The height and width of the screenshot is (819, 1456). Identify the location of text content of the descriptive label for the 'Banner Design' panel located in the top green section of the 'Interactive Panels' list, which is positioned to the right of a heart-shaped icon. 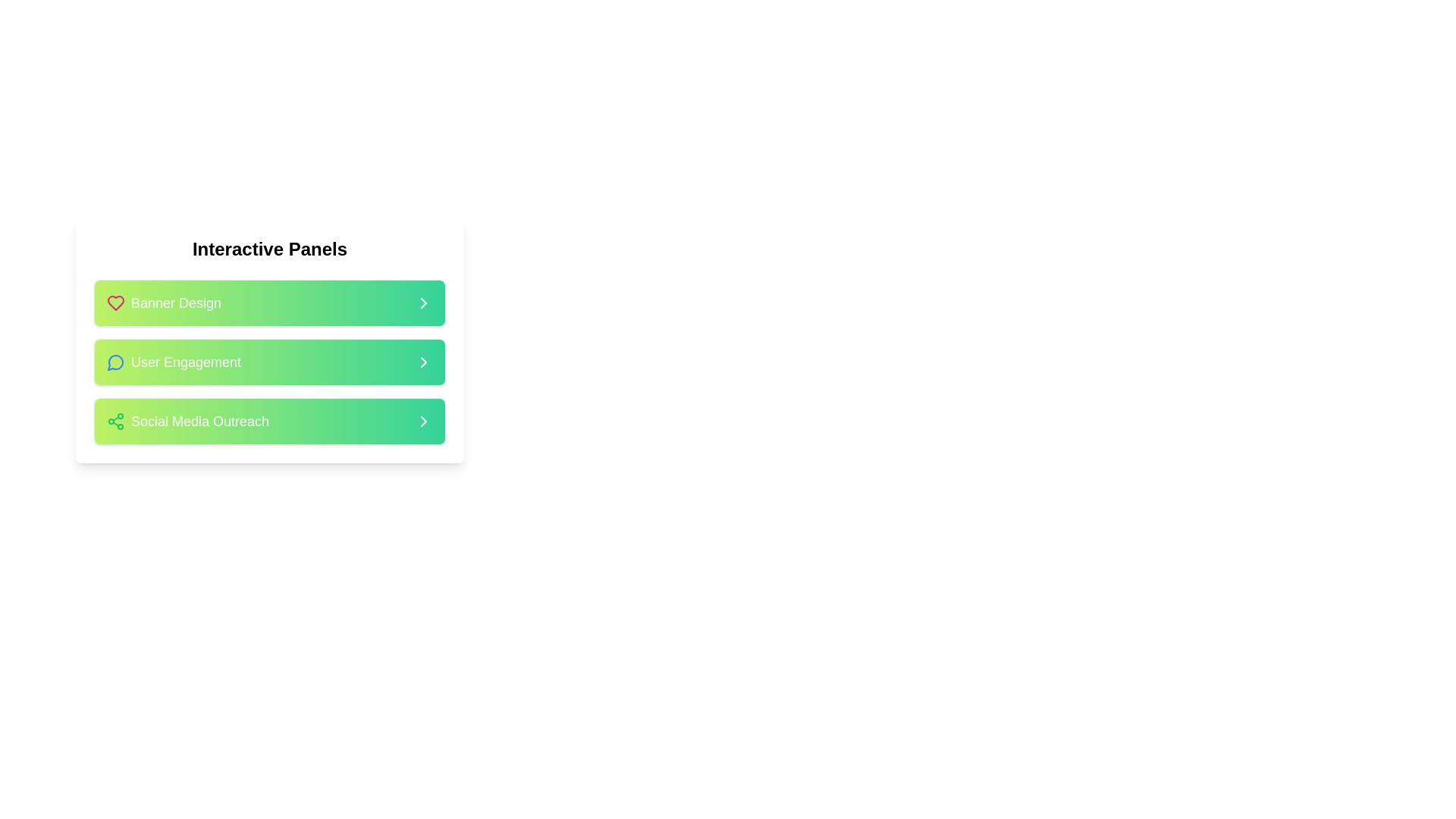
(176, 303).